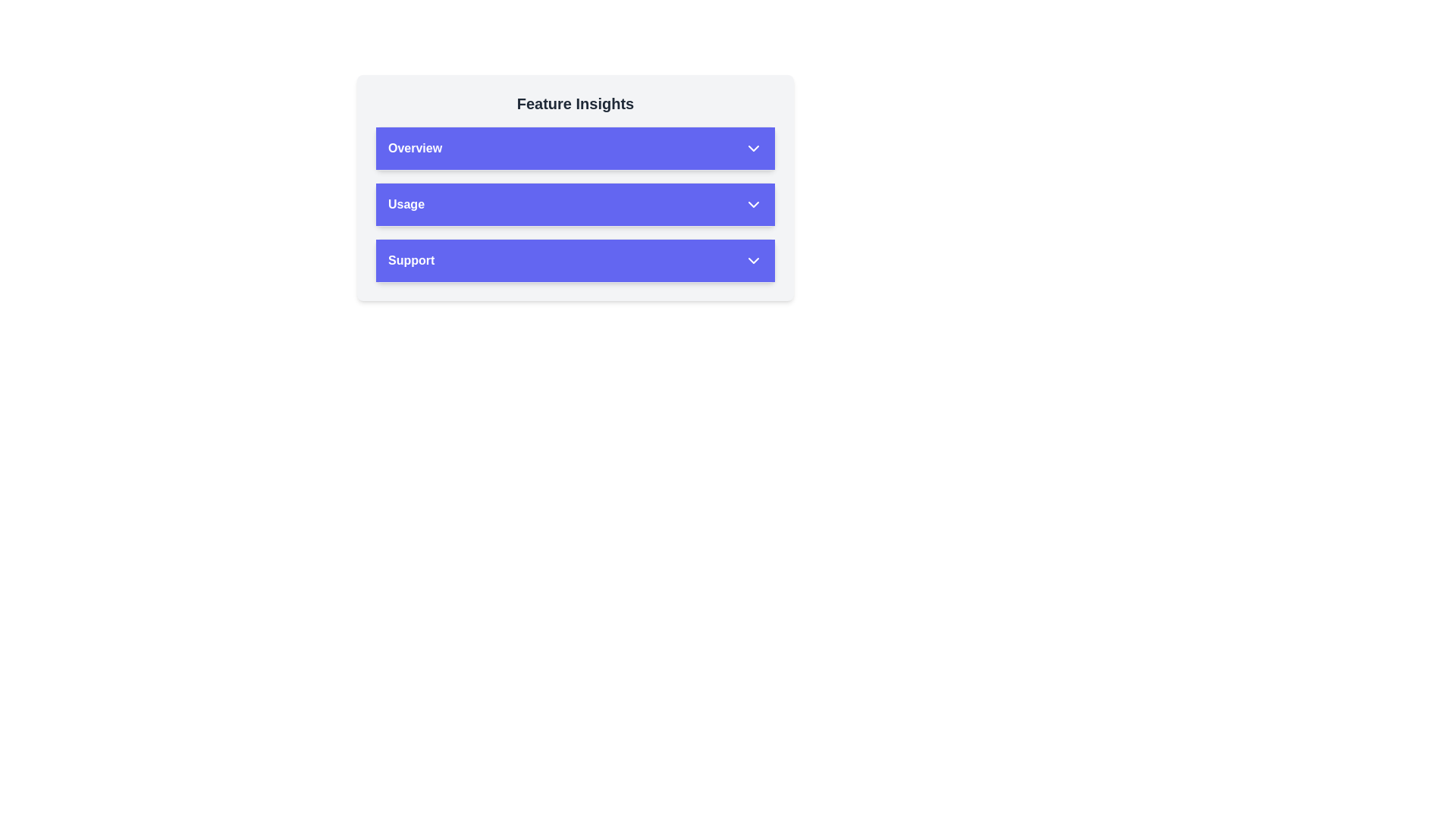 The width and height of the screenshot is (1456, 819). I want to click on the Text Label indicating 'Support', which is located in the third section under 'Feature Insights', so click(411, 259).